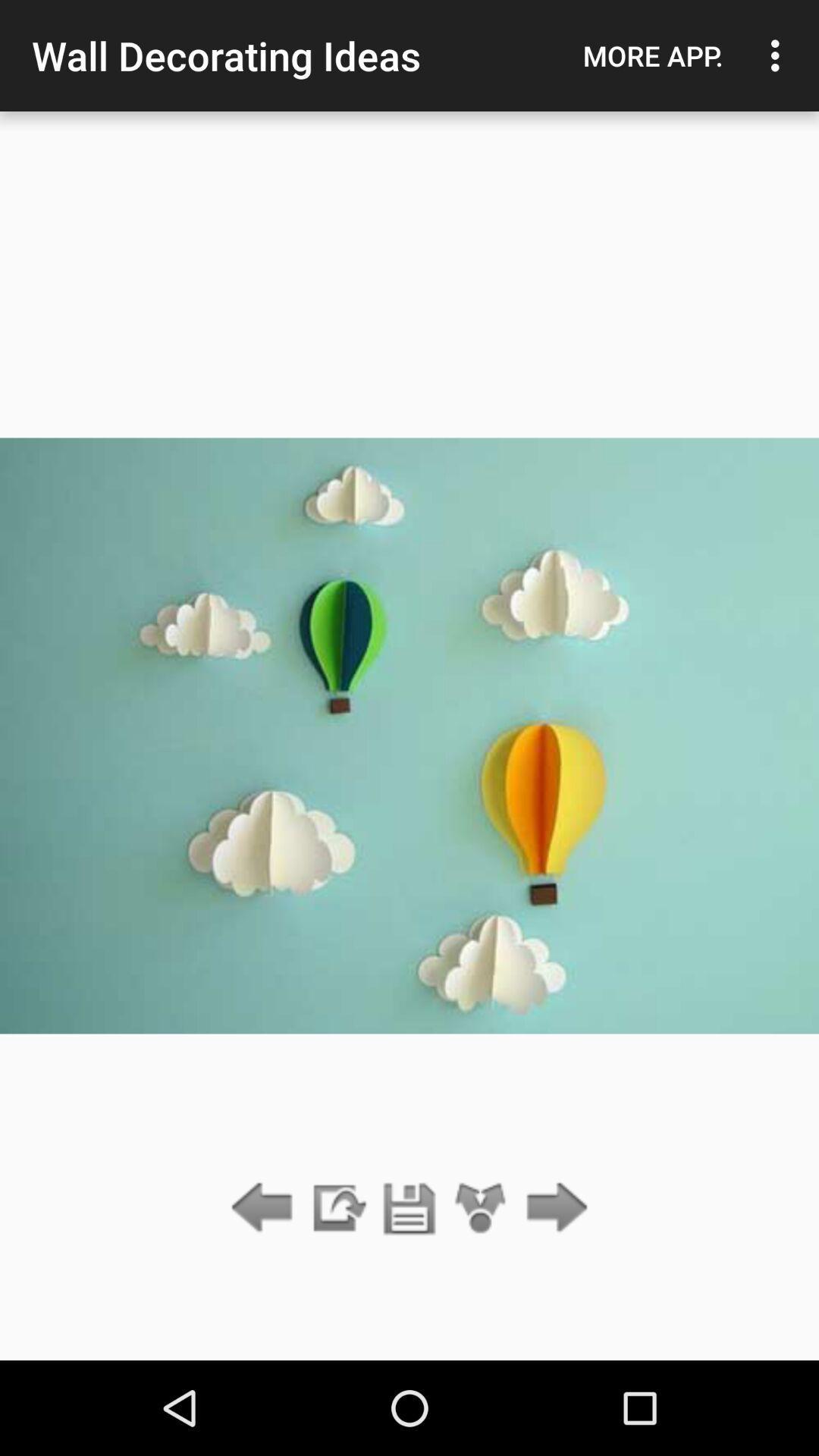 This screenshot has width=819, height=1456. What do you see at coordinates (779, 55) in the screenshot?
I see `the item to the right of more app. item` at bounding box center [779, 55].